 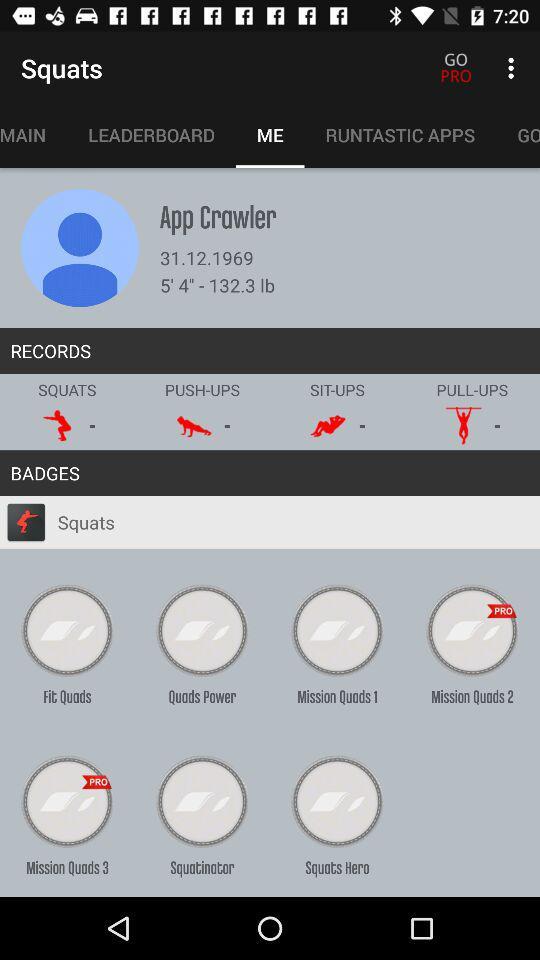 I want to click on the icon above the mission quads 1, so click(x=337, y=630).